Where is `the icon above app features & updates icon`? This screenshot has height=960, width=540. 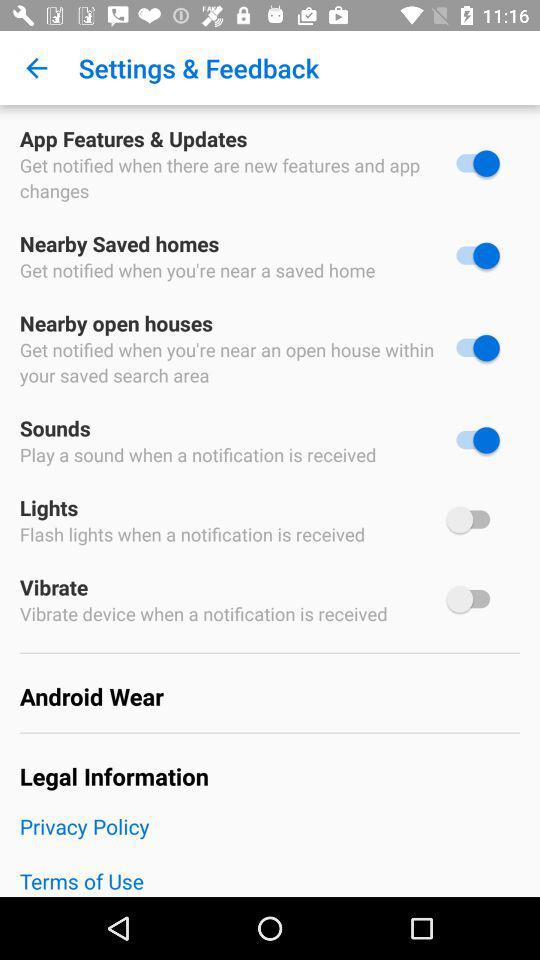
the icon above app features & updates icon is located at coordinates (36, 68).